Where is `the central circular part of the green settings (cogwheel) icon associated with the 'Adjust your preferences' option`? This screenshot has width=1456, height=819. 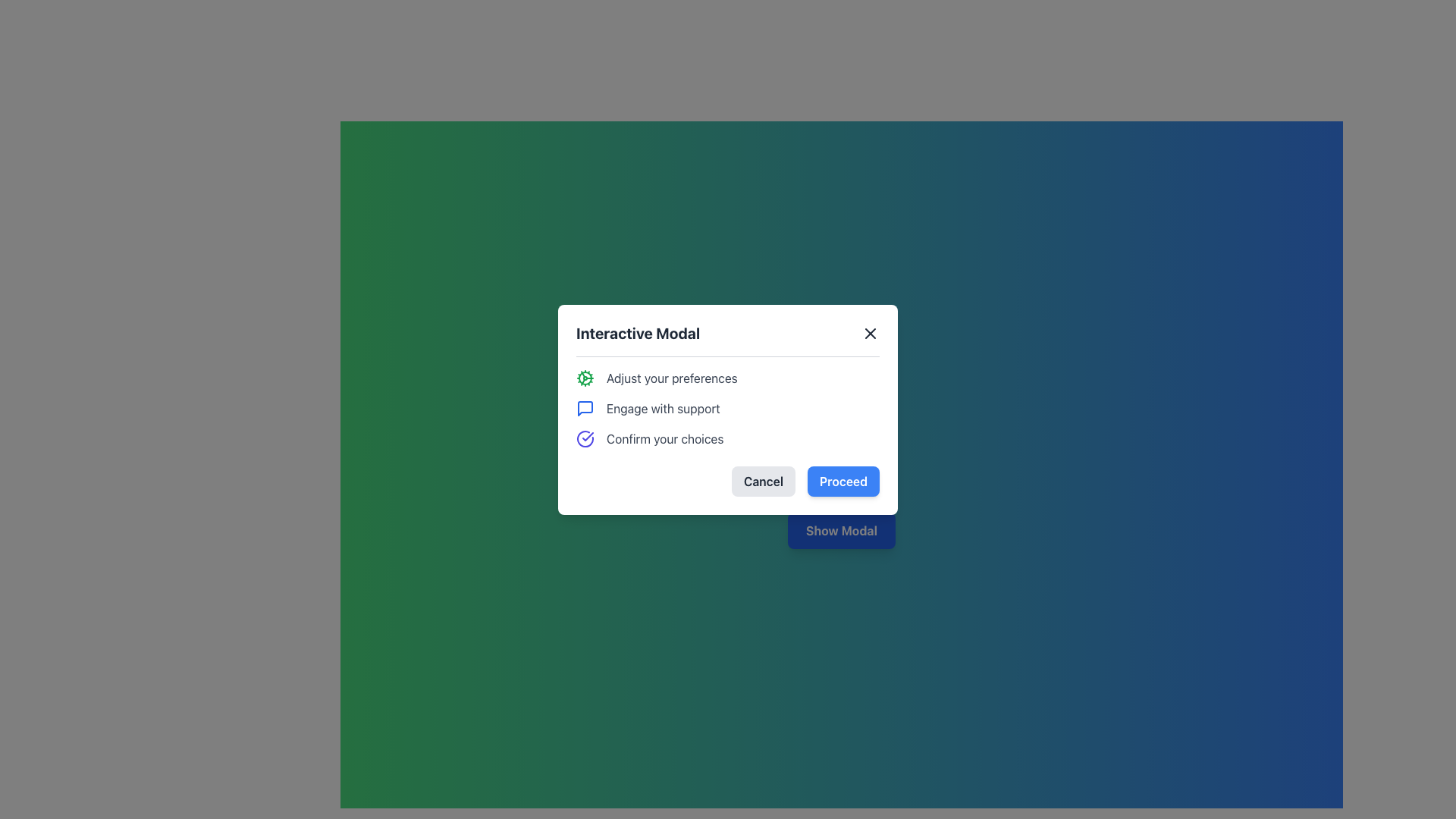
the central circular part of the green settings (cogwheel) icon associated with the 'Adjust your preferences' option is located at coordinates (585, 377).